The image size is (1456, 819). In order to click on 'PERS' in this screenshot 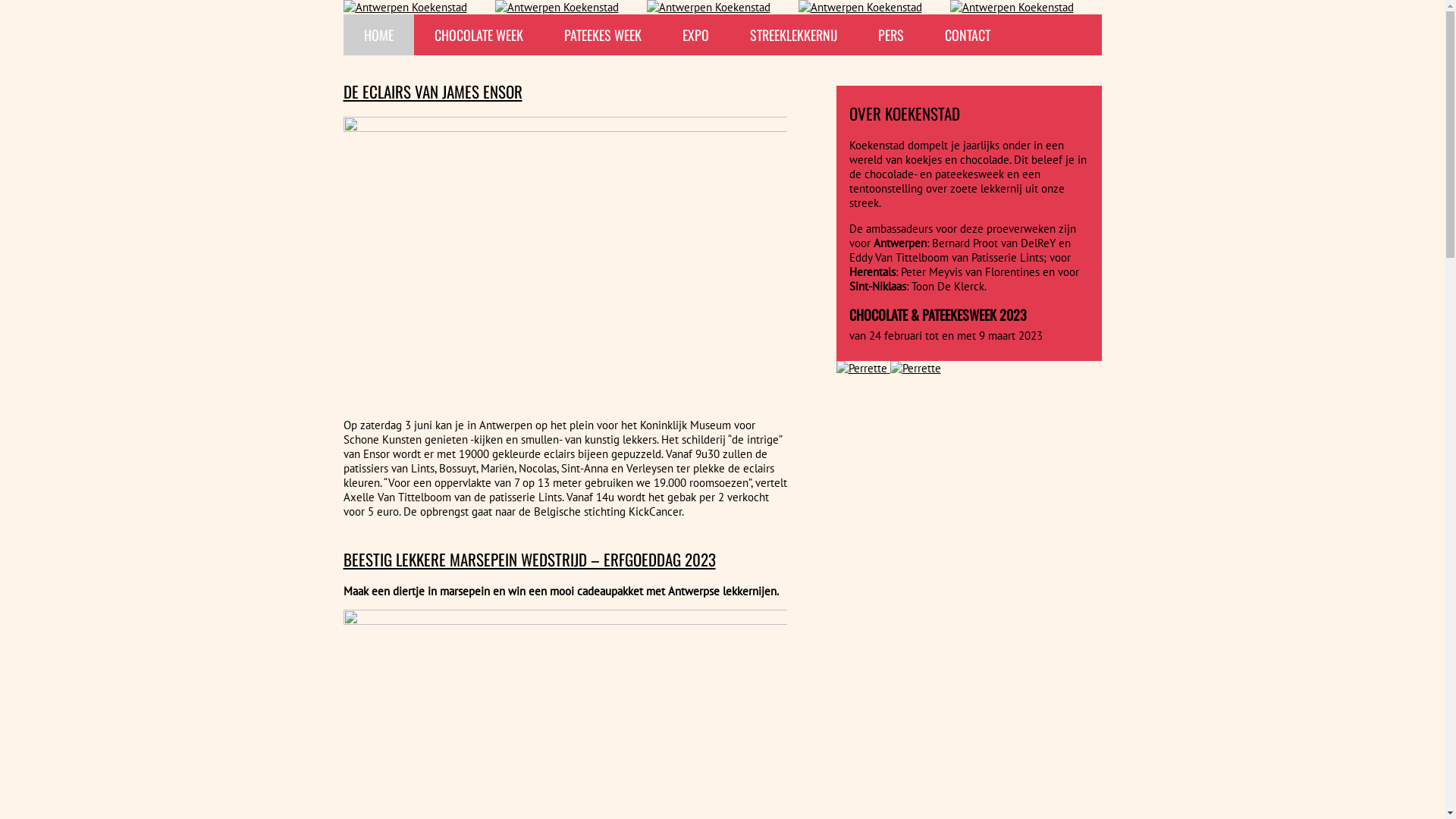, I will do `click(856, 34)`.